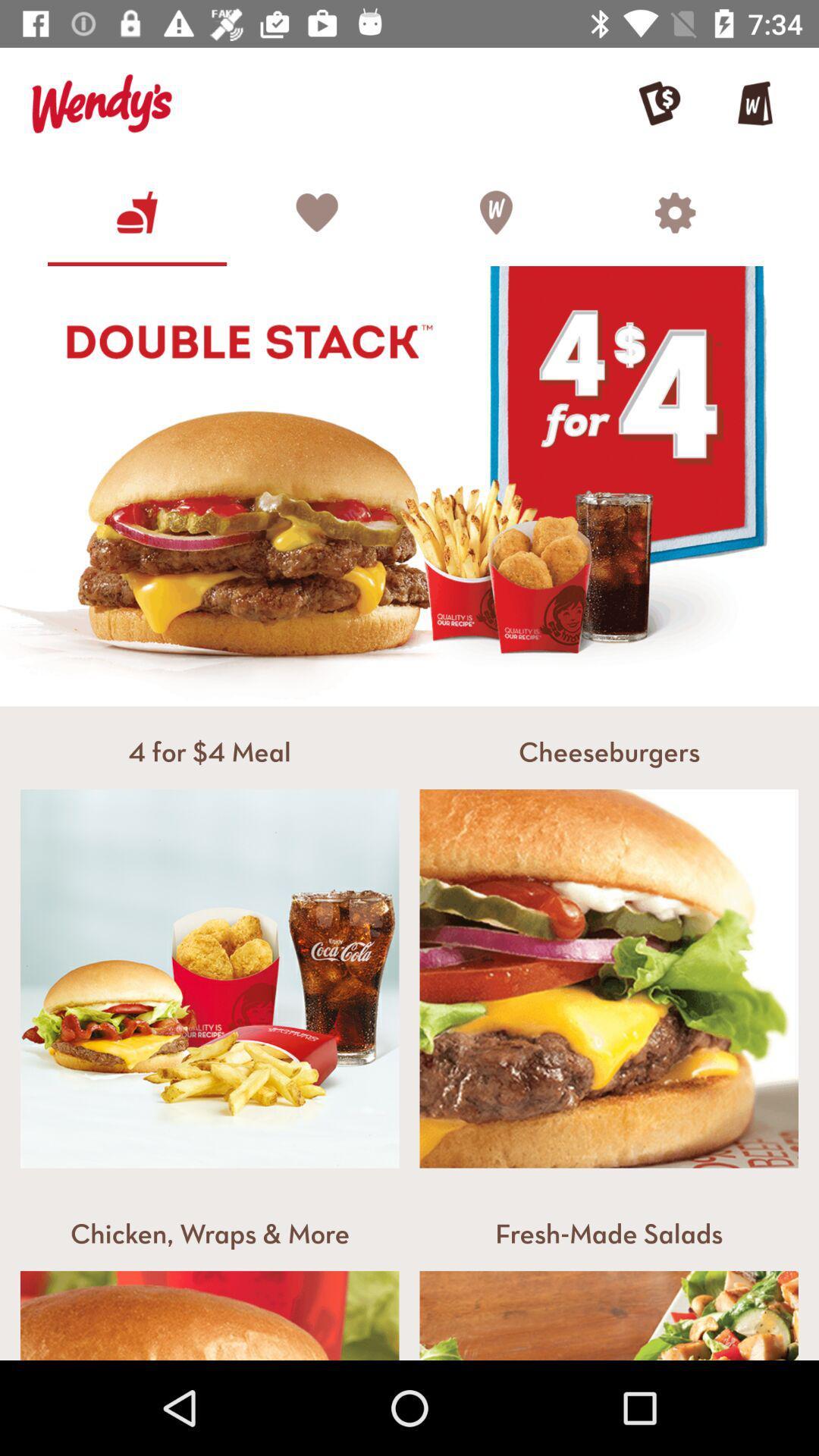 The height and width of the screenshot is (1456, 819). I want to click on the image which says double stack, so click(409, 486).